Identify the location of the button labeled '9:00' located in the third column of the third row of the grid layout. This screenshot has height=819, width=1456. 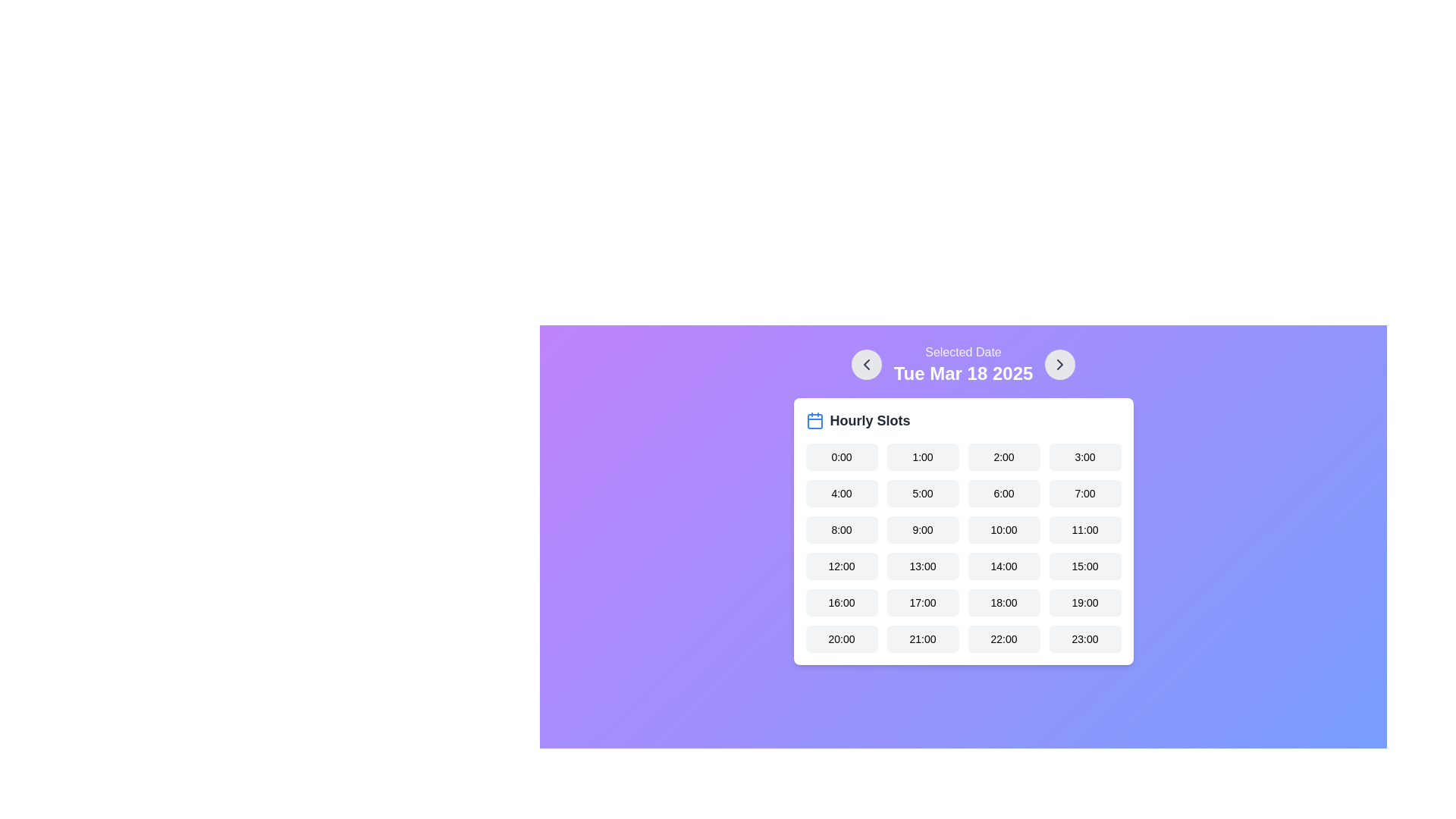
(922, 529).